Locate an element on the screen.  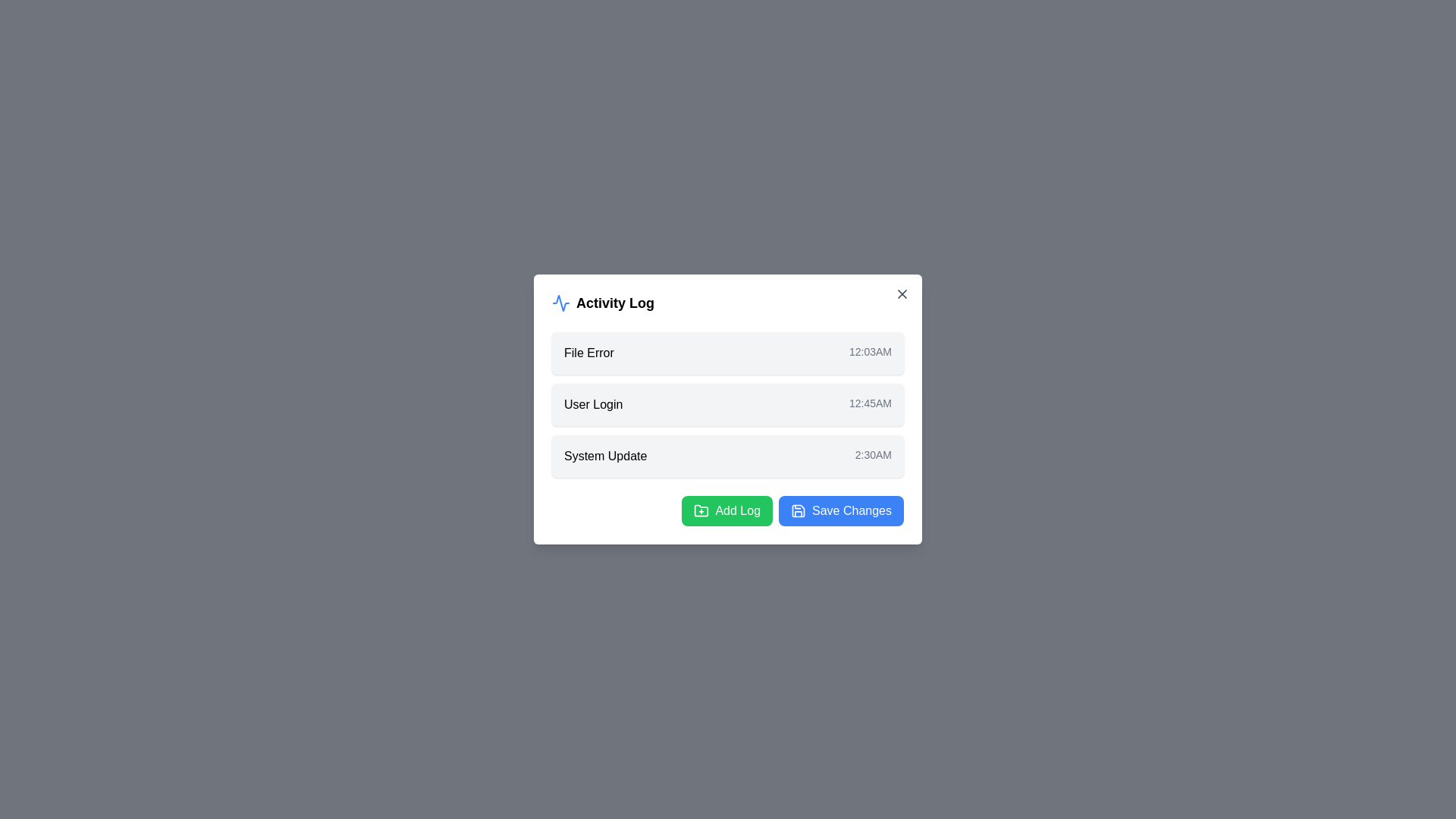
the log entry corresponding to User Login to inspect it is located at coordinates (728, 403).